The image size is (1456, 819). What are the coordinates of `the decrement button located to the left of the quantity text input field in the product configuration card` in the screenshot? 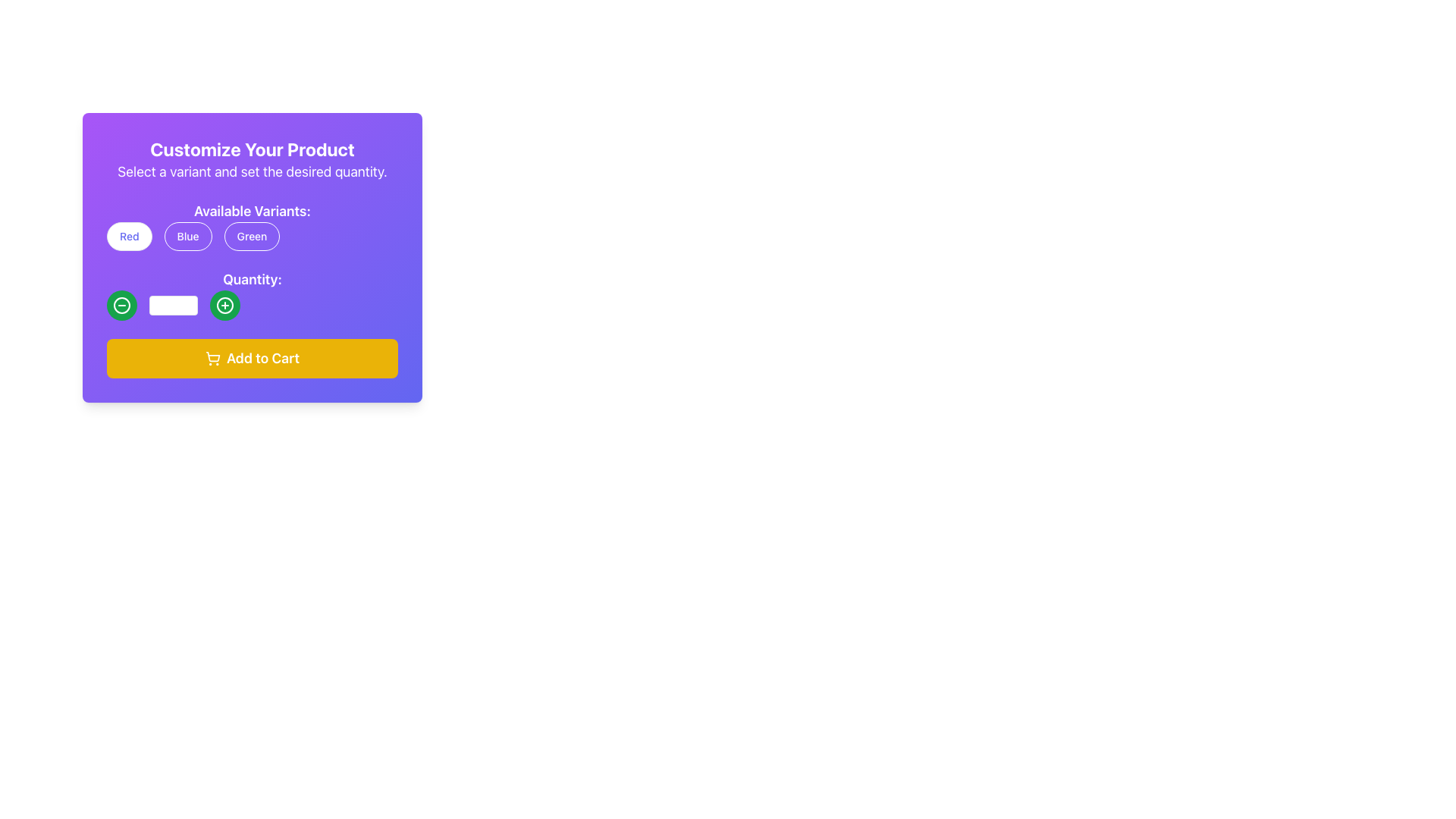 It's located at (122, 305).